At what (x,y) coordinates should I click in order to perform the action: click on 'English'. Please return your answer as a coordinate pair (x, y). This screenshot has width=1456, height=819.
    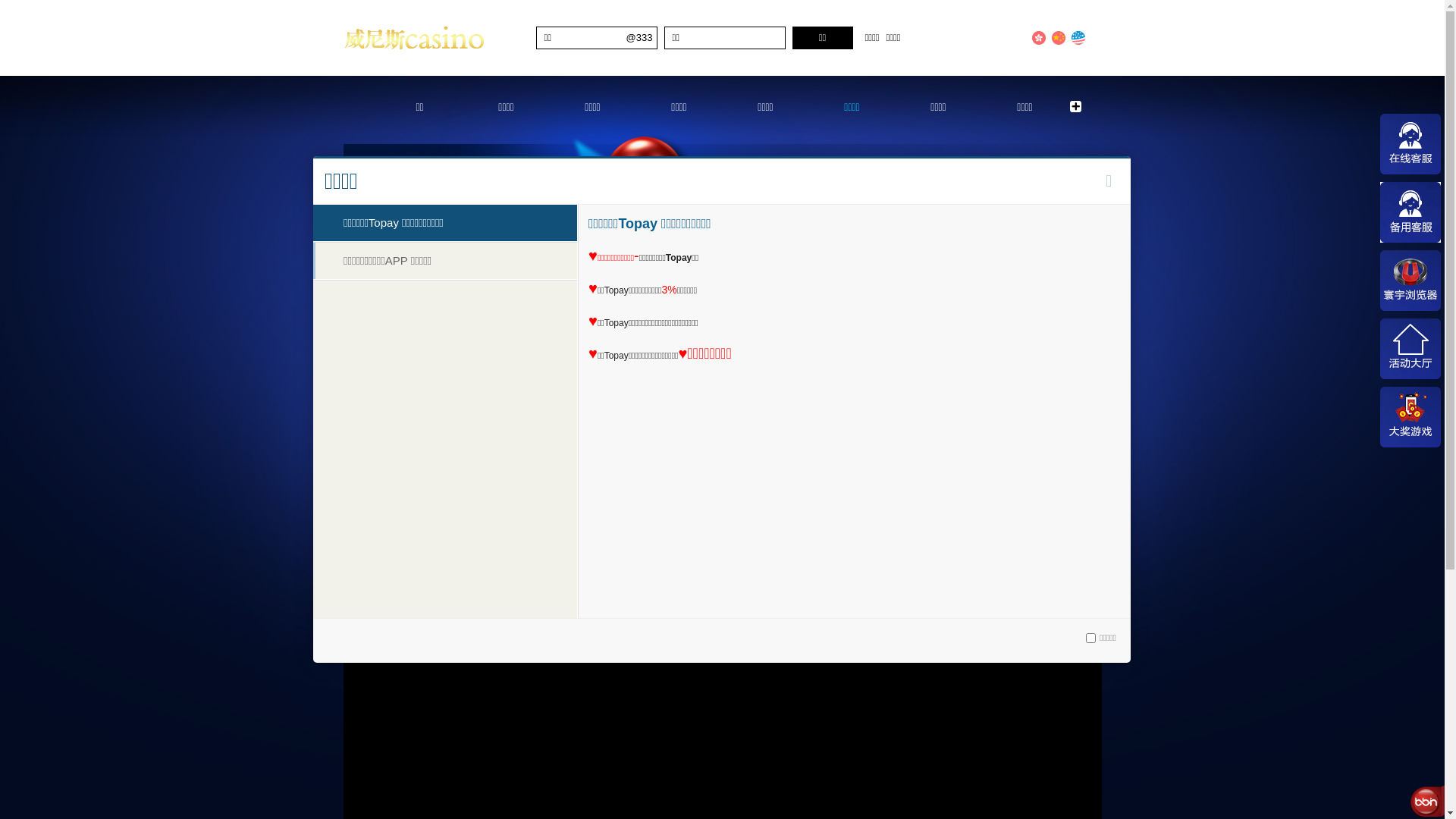
    Looking at the image, I should click on (1076, 37).